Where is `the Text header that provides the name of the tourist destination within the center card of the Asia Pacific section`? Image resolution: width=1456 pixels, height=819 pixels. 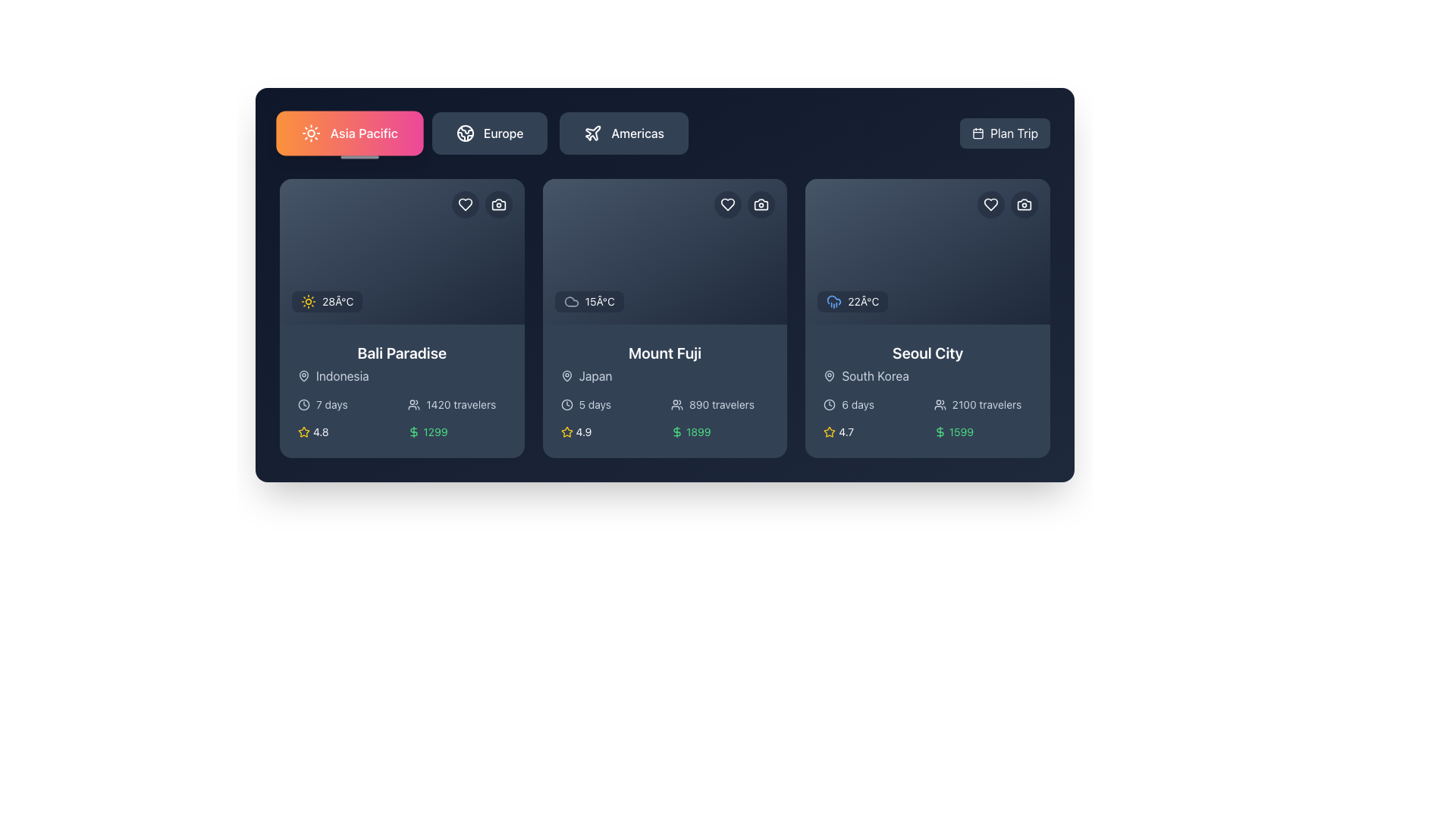
the Text header that provides the name of the tourist destination within the center card of the Asia Pacific section is located at coordinates (665, 353).